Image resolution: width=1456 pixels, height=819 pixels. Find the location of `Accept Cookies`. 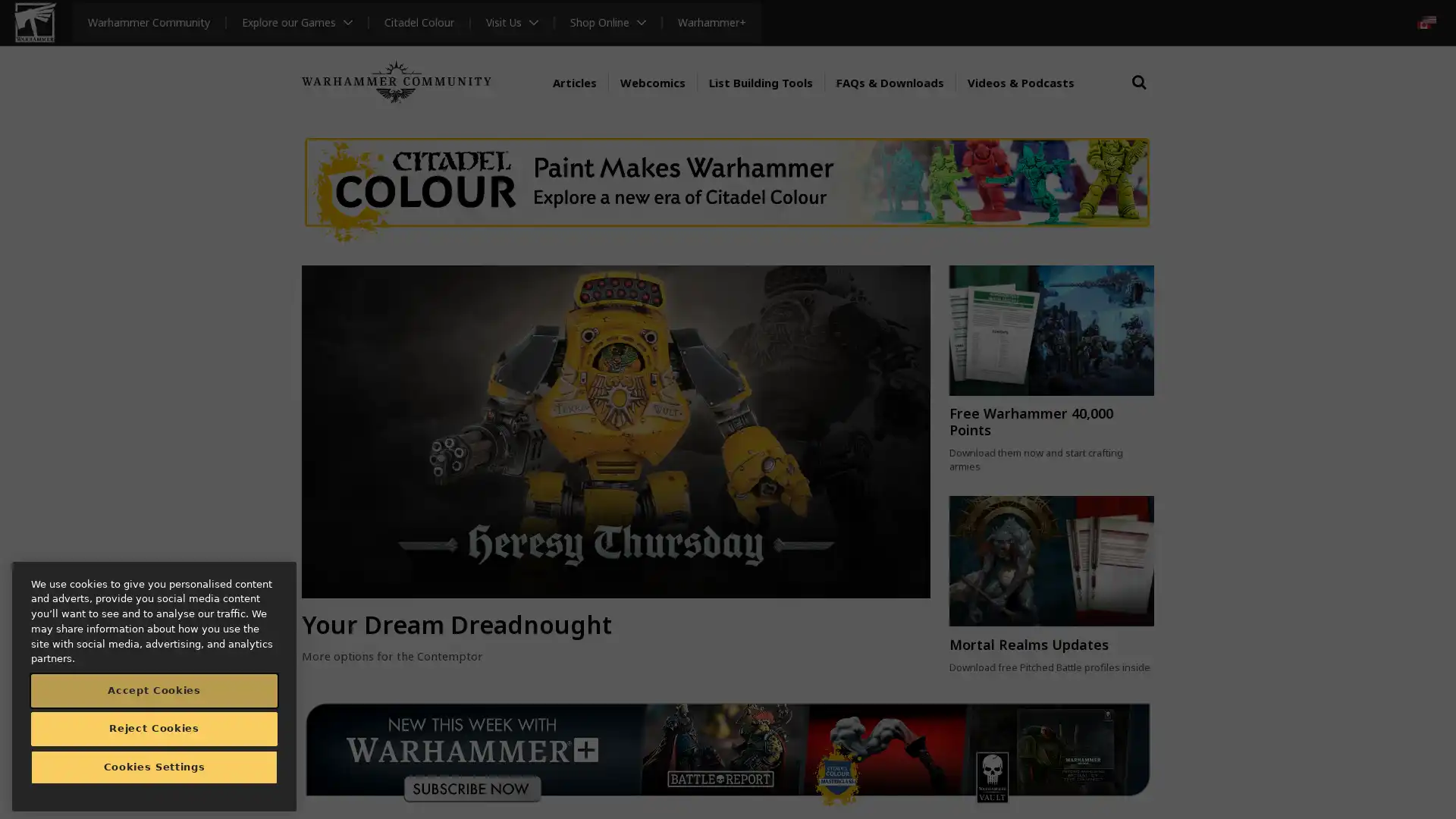

Accept Cookies is located at coordinates (154, 690).